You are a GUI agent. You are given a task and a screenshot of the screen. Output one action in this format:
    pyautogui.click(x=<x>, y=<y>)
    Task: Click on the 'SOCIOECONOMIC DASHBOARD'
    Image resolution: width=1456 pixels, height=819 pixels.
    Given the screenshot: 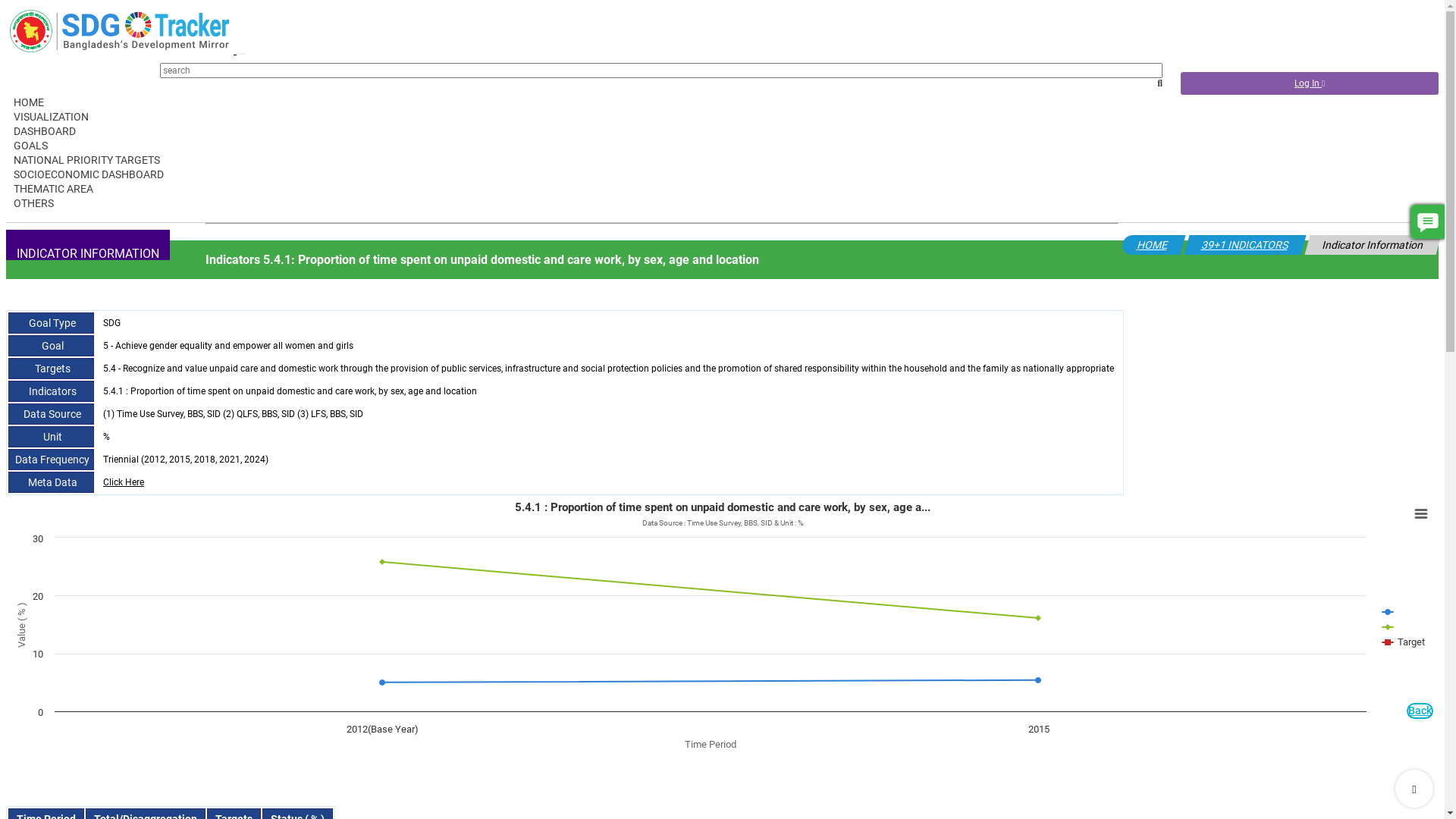 What is the action you would take?
    pyautogui.click(x=83, y=174)
    